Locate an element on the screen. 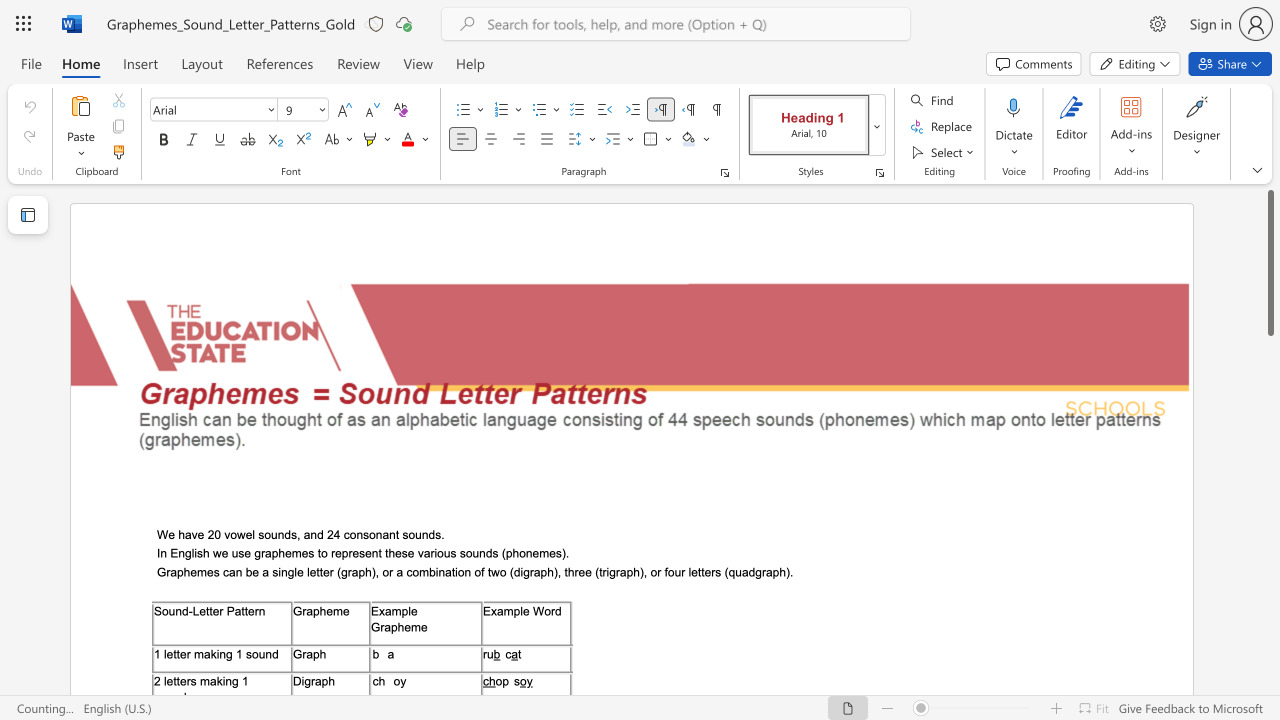 This screenshot has height=720, width=1280. the scrollbar on the right is located at coordinates (1269, 380).